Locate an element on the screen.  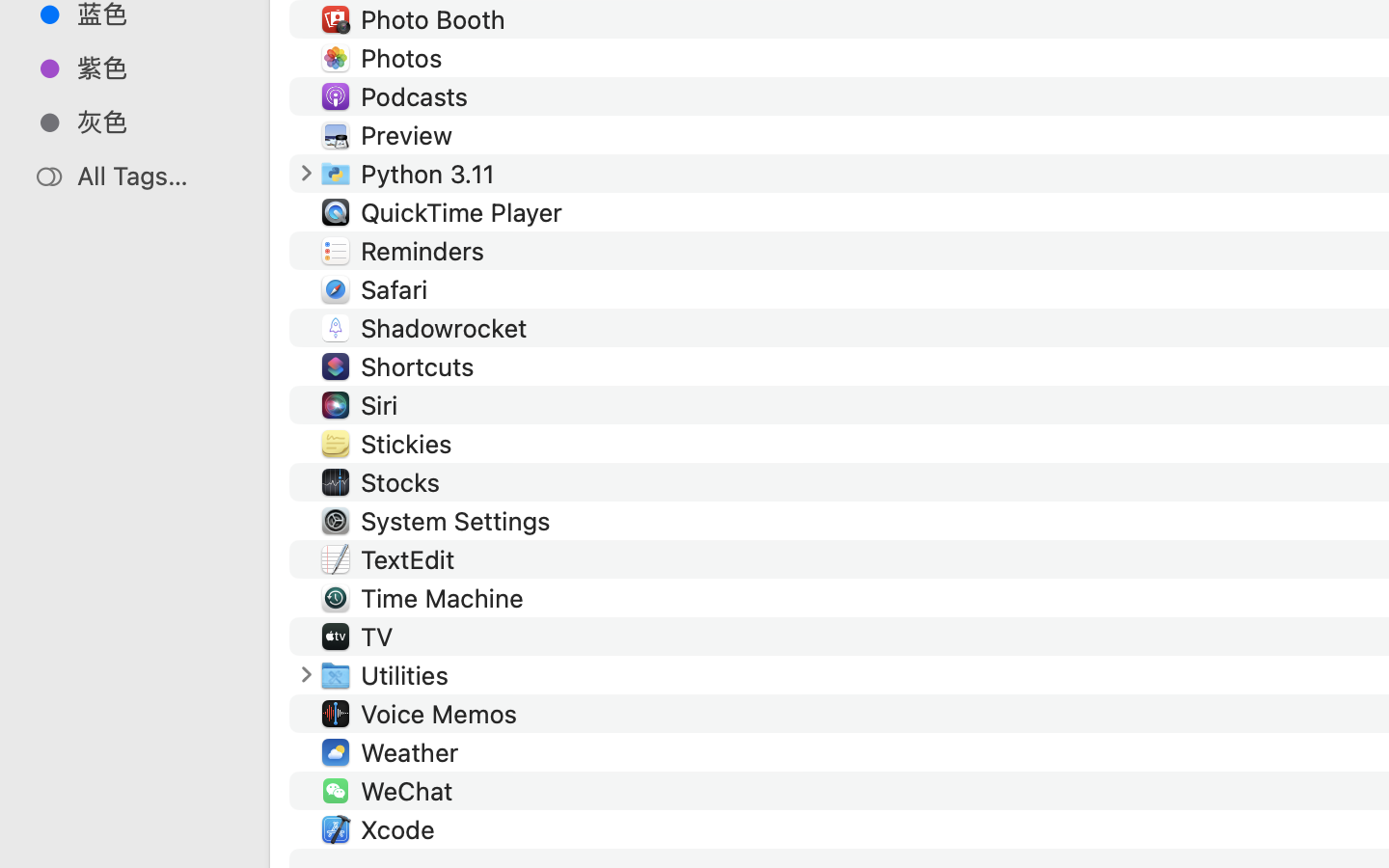
'TV' is located at coordinates (379, 636).